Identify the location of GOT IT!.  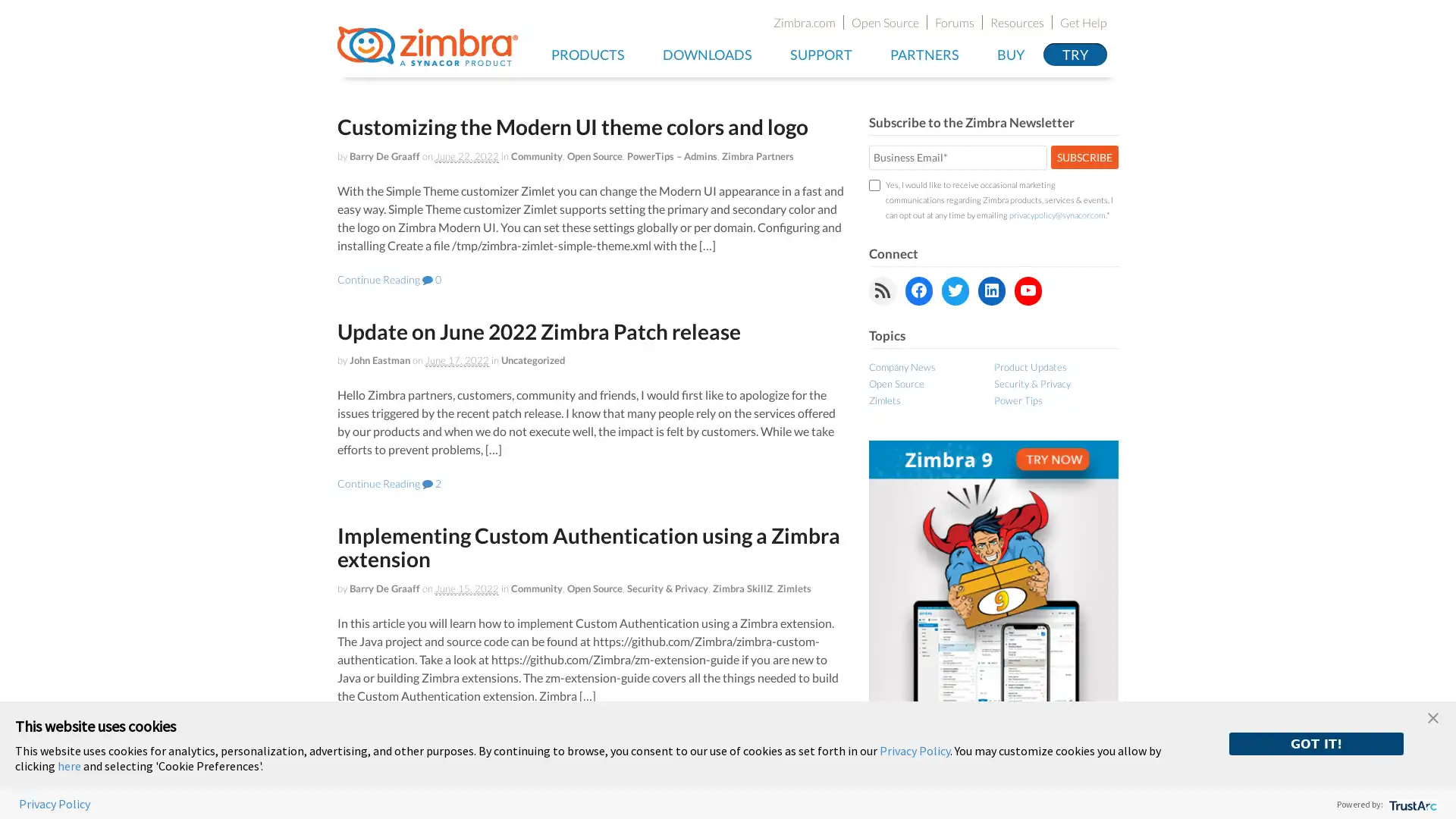
(1316, 742).